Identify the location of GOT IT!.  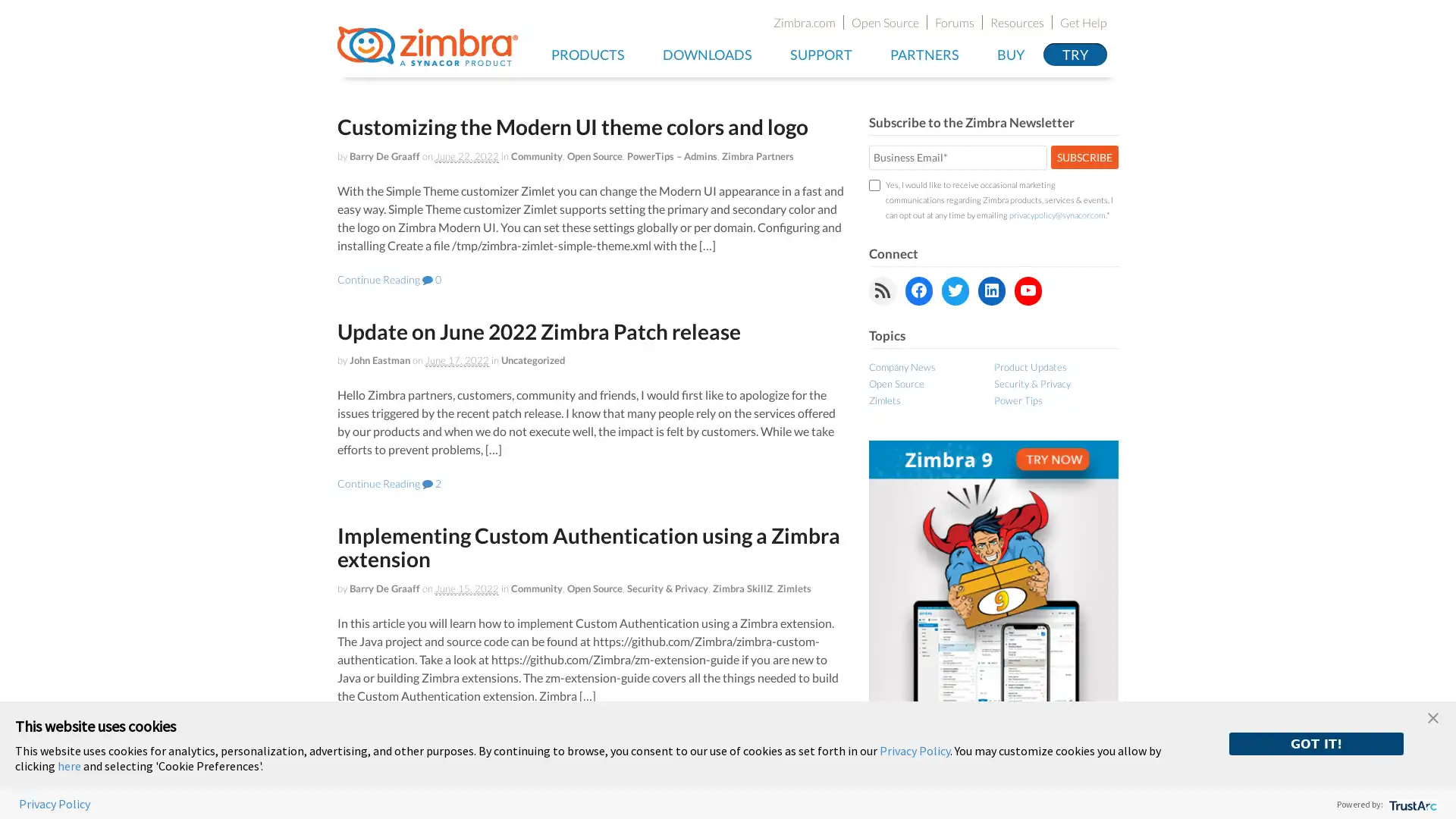
(1316, 742).